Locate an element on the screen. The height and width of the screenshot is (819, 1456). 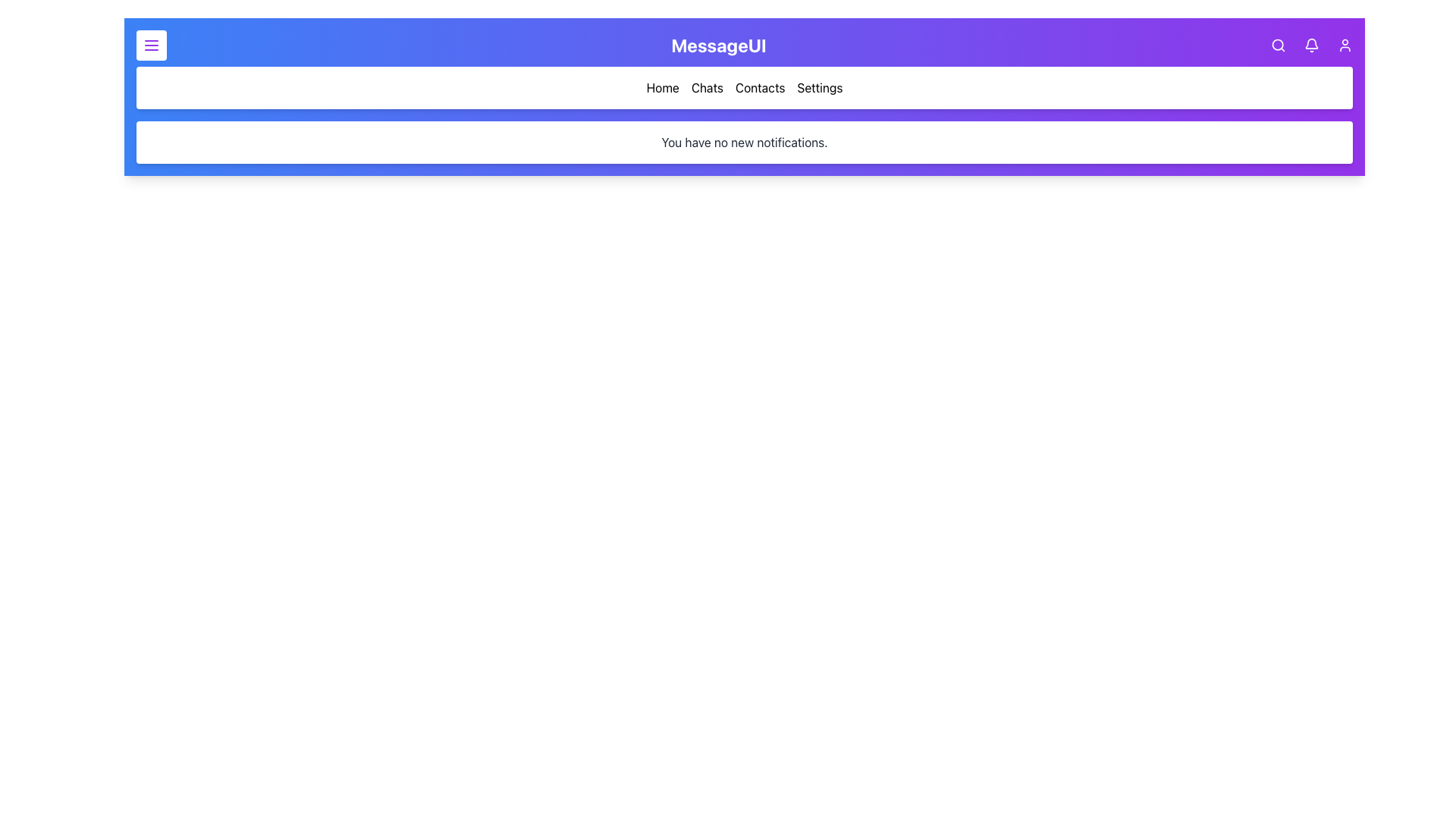
the third navigation link in the top center menu that leads to the Contacts section is located at coordinates (745, 87).